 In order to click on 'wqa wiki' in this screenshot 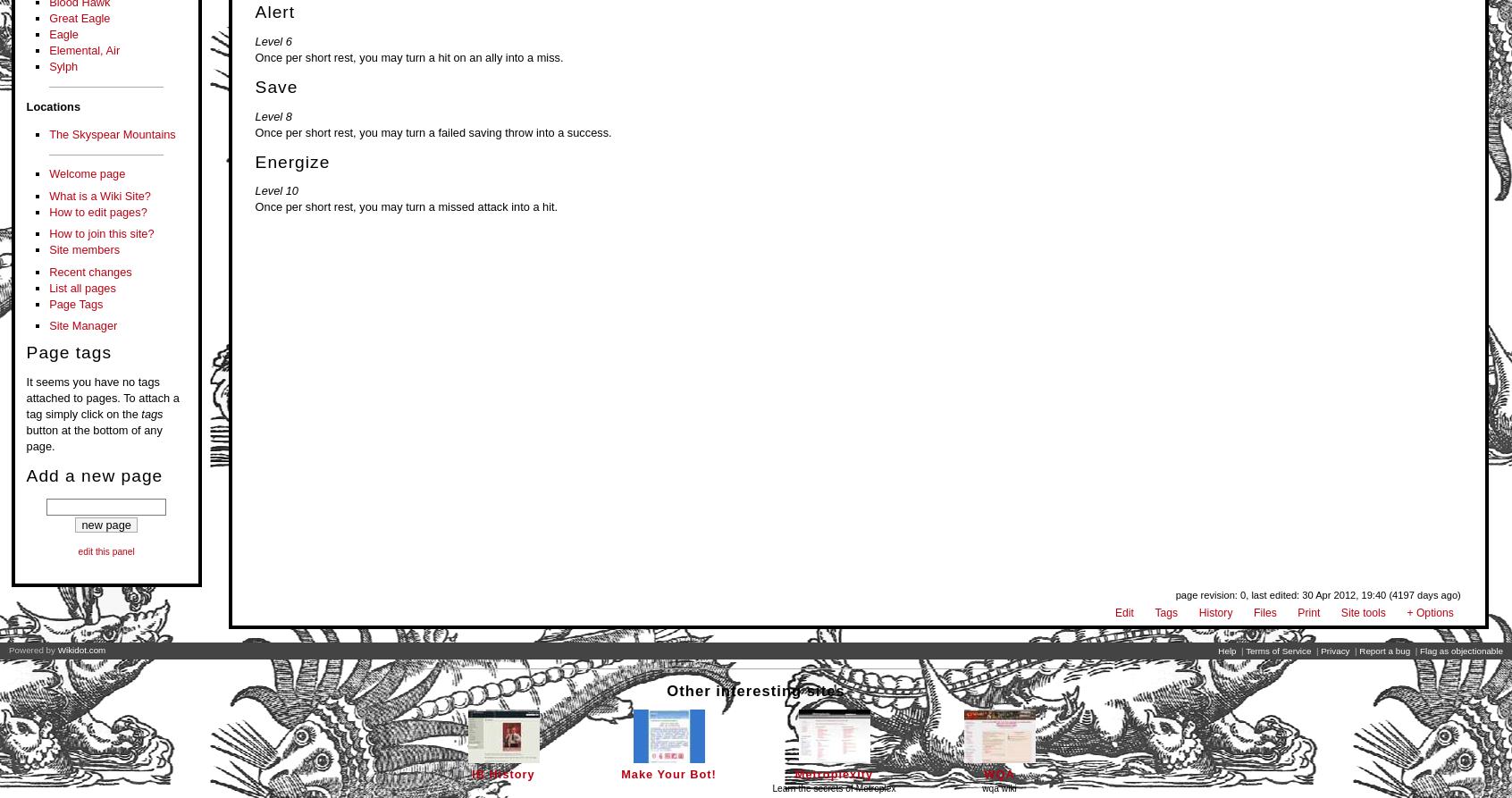, I will do `click(981, 787)`.